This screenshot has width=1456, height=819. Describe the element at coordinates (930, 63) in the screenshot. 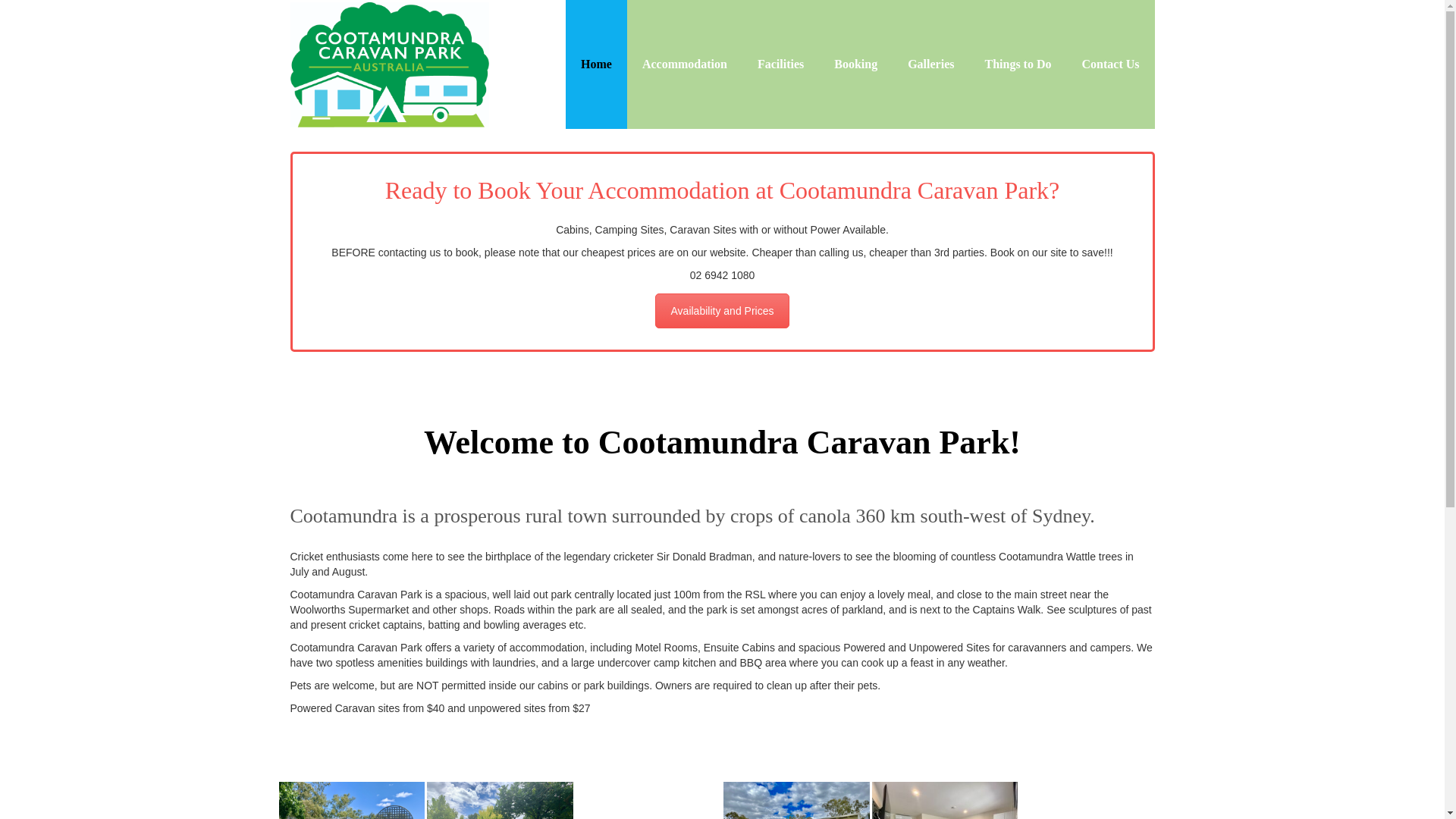

I see `'Galleries'` at that location.